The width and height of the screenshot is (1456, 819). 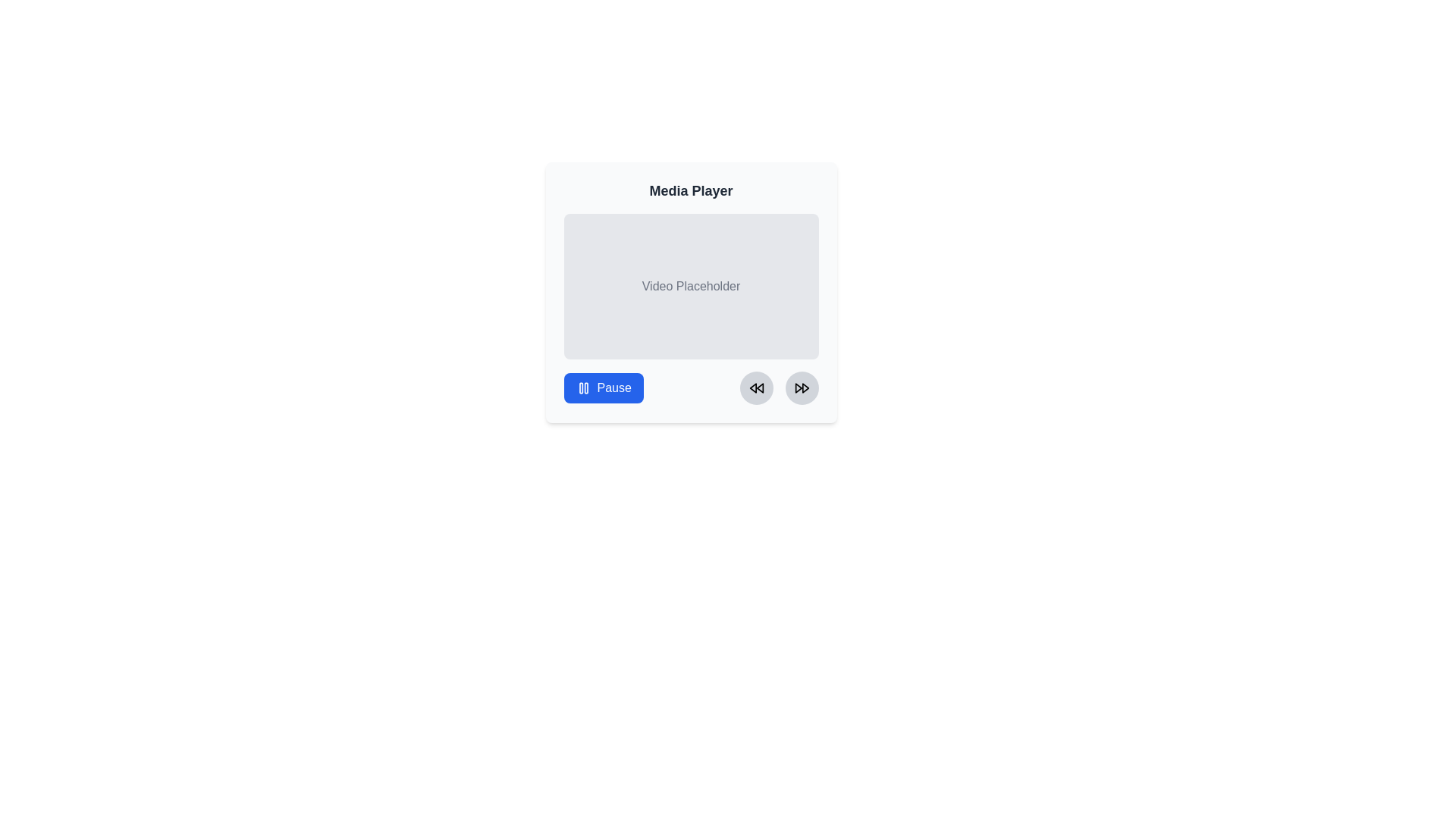 What do you see at coordinates (801, 388) in the screenshot?
I see `the circular fast-forward button with a light gray background located at the bottom-right corner of the media player interface` at bounding box center [801, 388].